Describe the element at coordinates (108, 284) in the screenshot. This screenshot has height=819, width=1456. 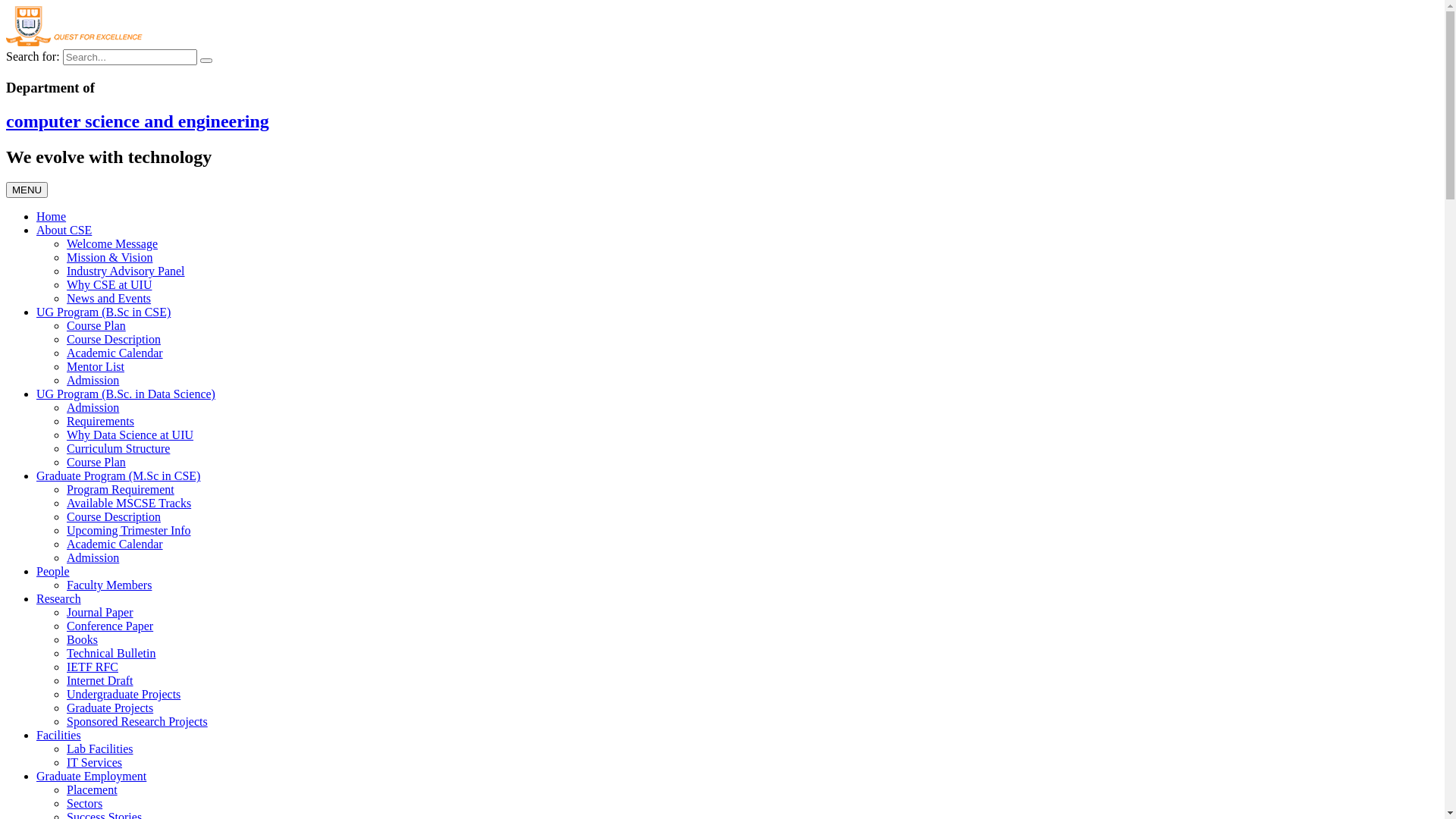
I see `'Why CSE at UIU'` at that location.